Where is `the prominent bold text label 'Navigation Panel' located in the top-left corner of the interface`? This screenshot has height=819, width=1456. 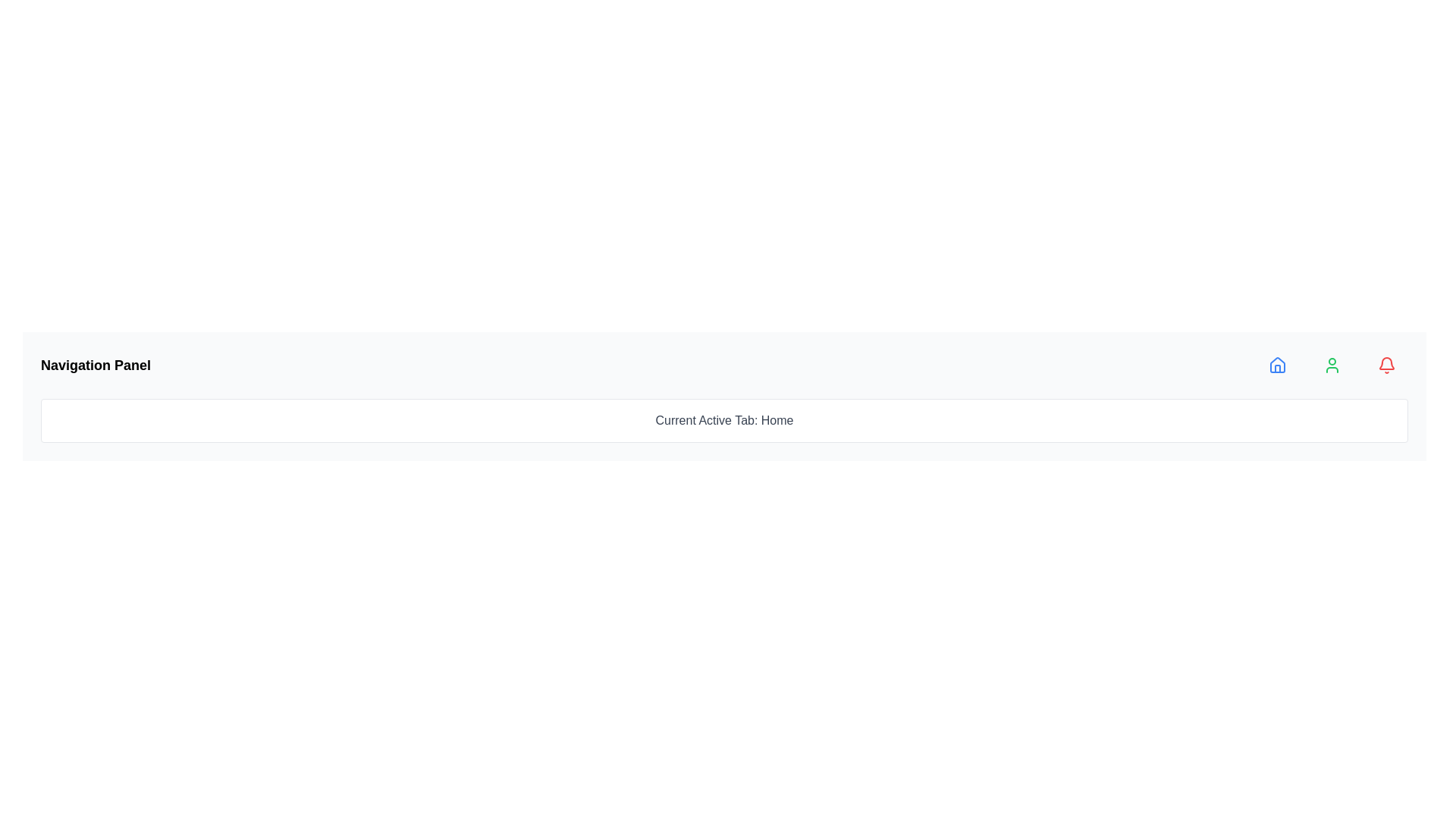
the prominent bold text label 'Navigation Panel' located in the top-left corner of the interface is located at coordinates (95, 366).